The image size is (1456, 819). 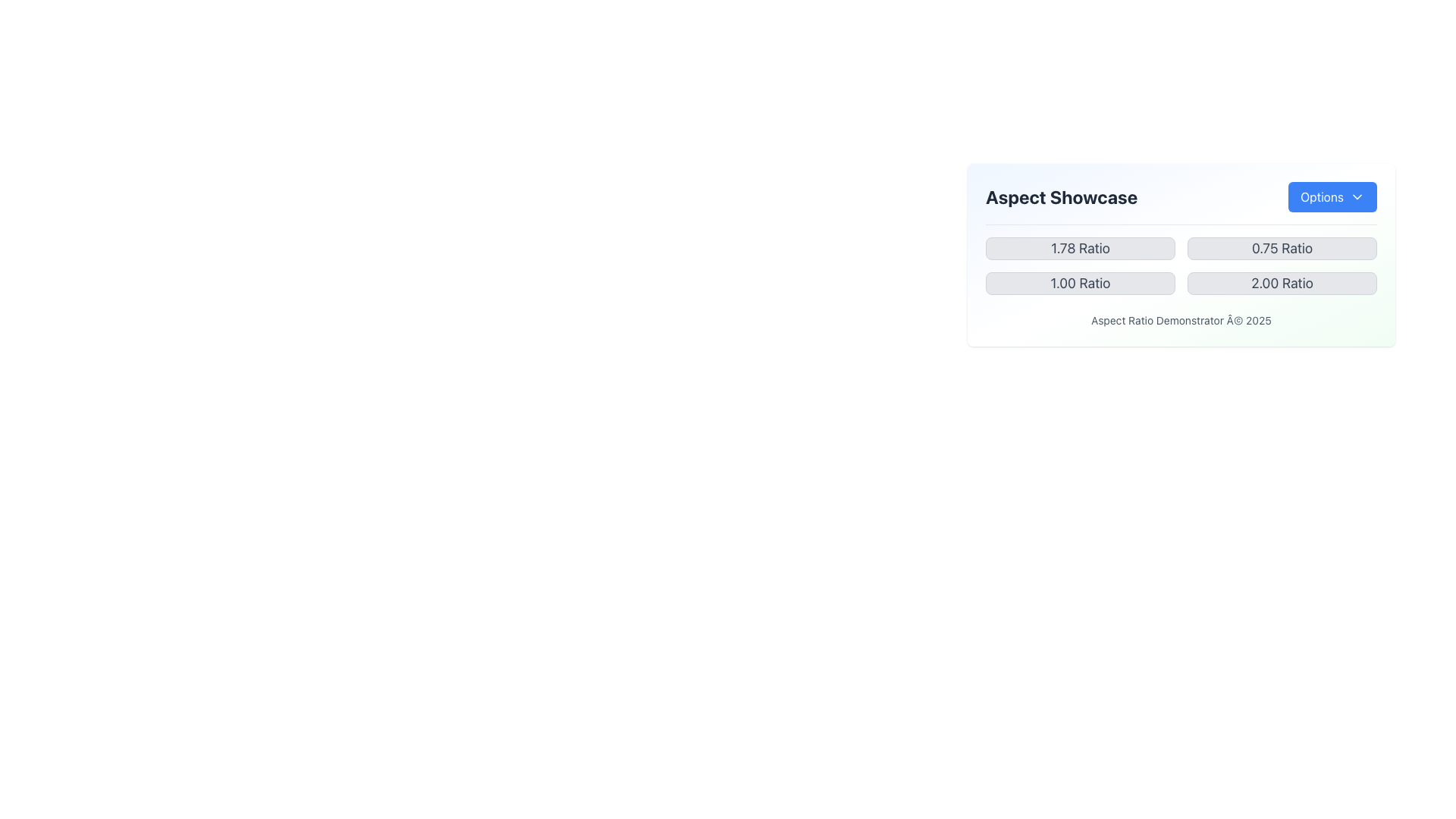 What do you see at coordinates (1080, 247) in the screenshot?
I see `the text label that describes the '1.78 Ratio' button, which is the leftmost label in the top row of aspect ratio options, positioned below the 'Aspect Showcase' heading` at bounding box center [1080, 247].